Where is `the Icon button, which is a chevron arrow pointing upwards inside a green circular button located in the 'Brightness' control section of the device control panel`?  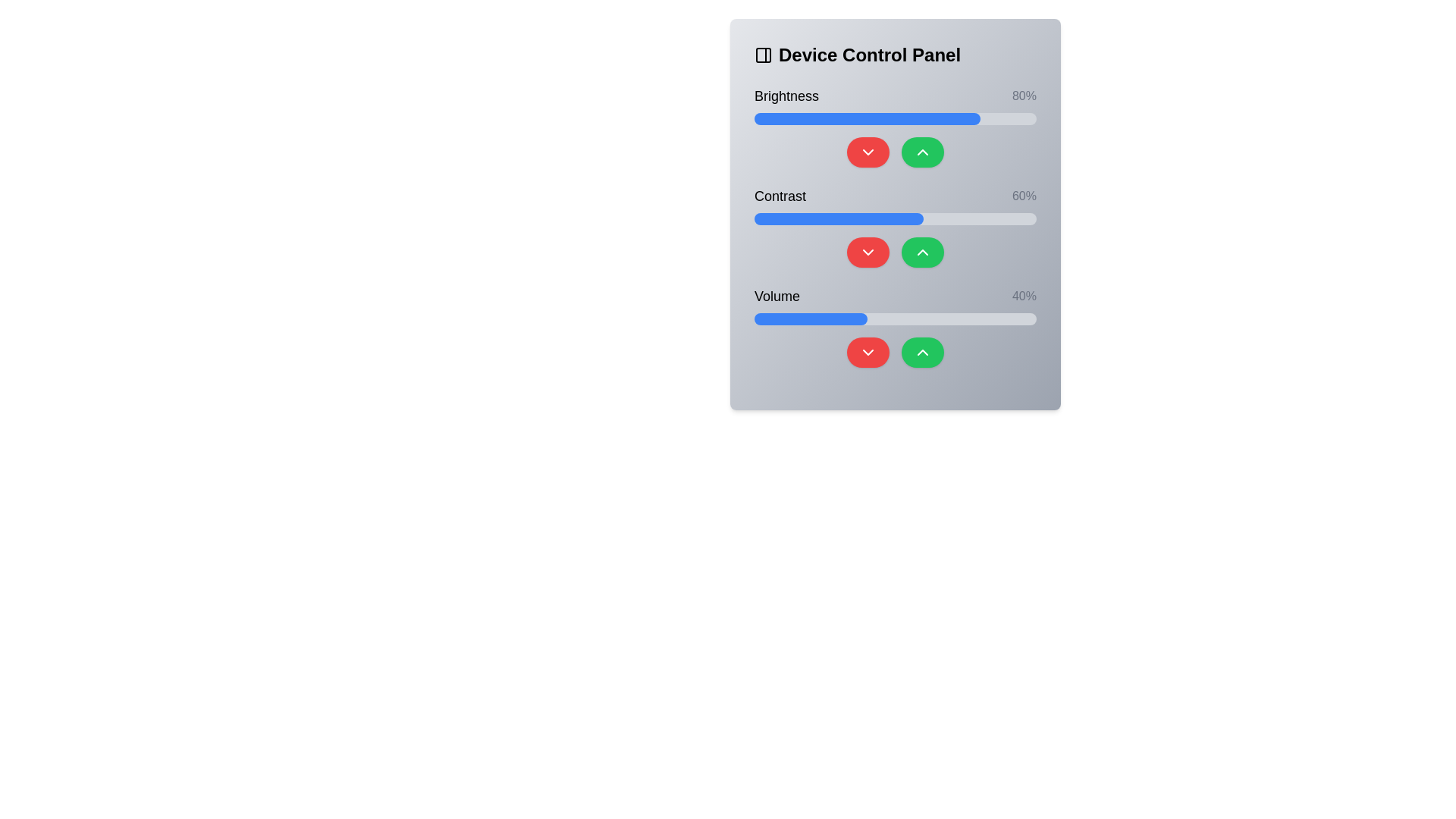
the Icon button, which is a chevron arrow pointing upwards inside a green circular button located in the 'Brightness' control section of the device control panel is located at coordinates (922, 152).